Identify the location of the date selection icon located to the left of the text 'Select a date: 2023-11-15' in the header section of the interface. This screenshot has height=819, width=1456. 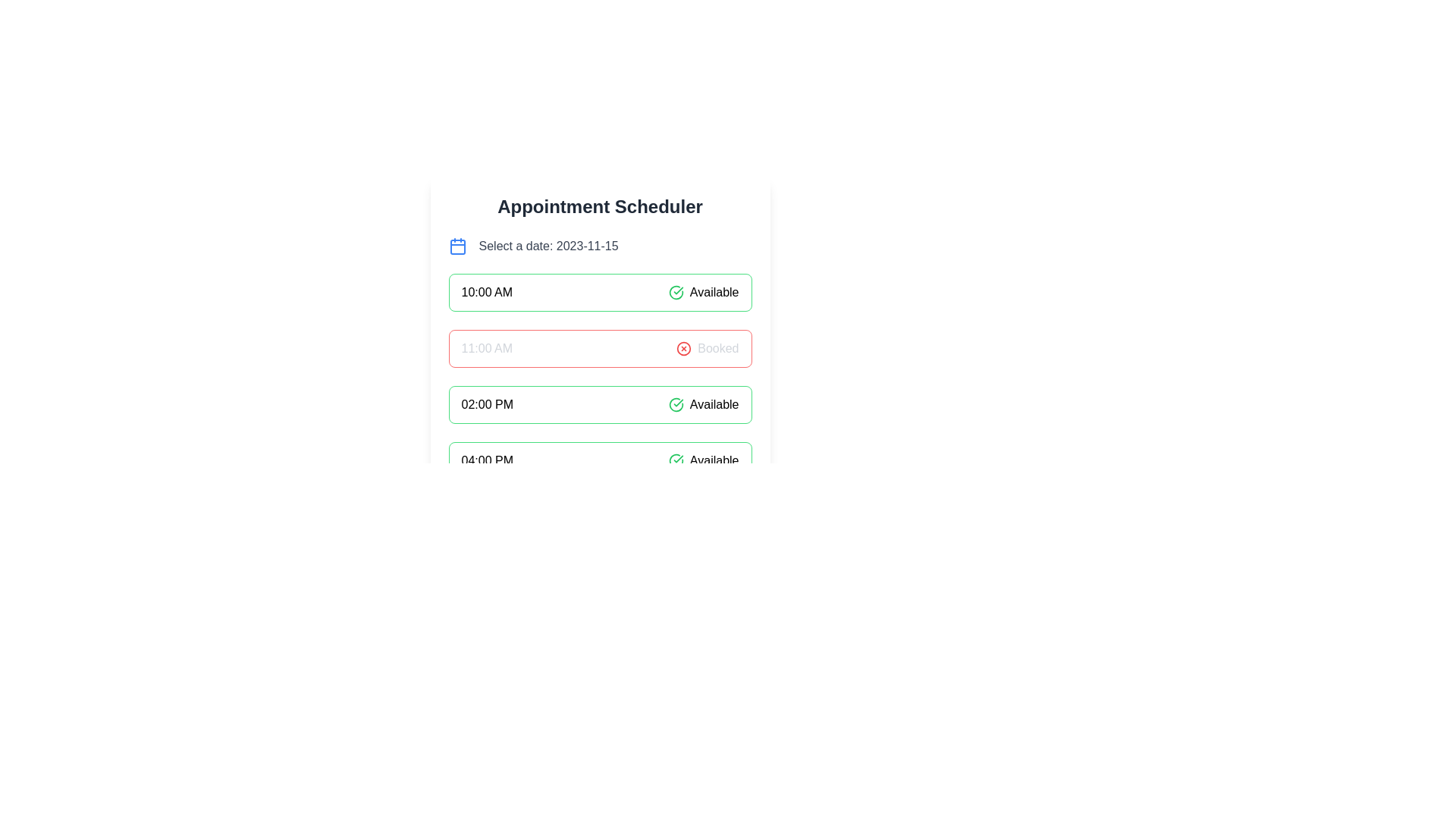
(457, 245).